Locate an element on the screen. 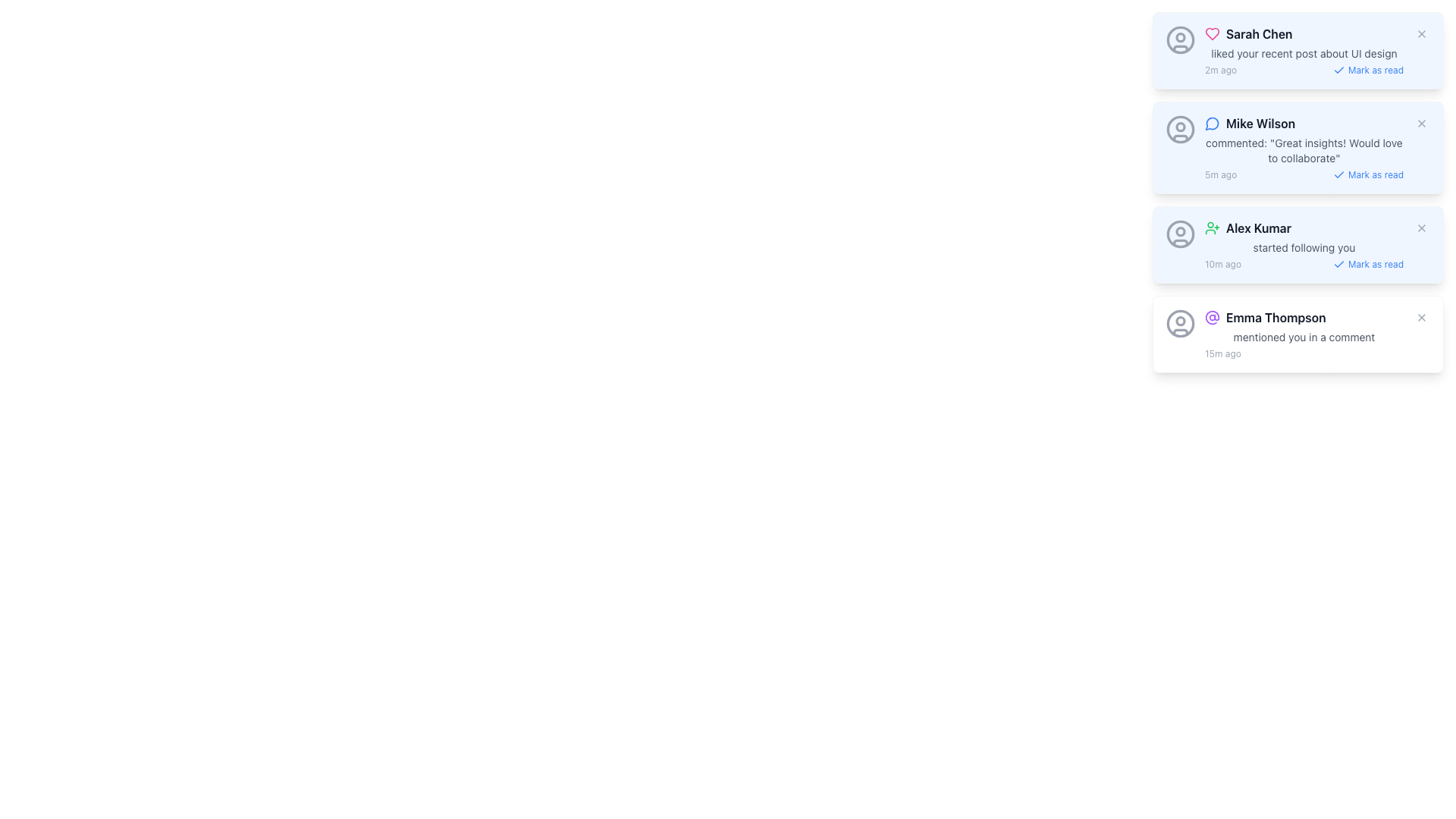 The height and width of the screenshot is (819, 1456). the outermost circular shape of the user icon located to the left of the notification regarding Mike Wilson is located at coordinates (1179, 128).